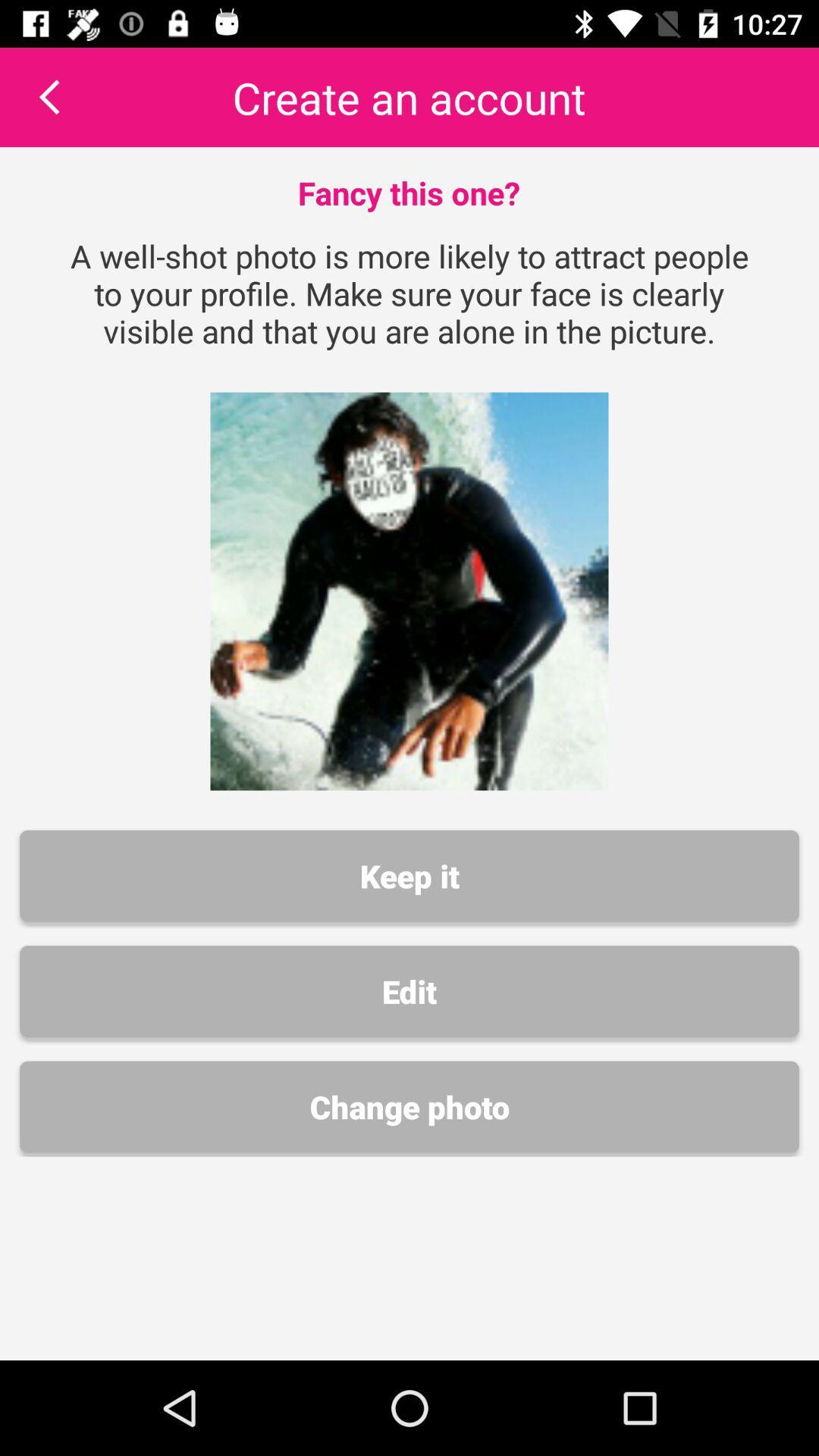  What do you see at coordinates (409, 876) in the screenshot?
I see `item above the edit button` at bounding box center [409, 876].